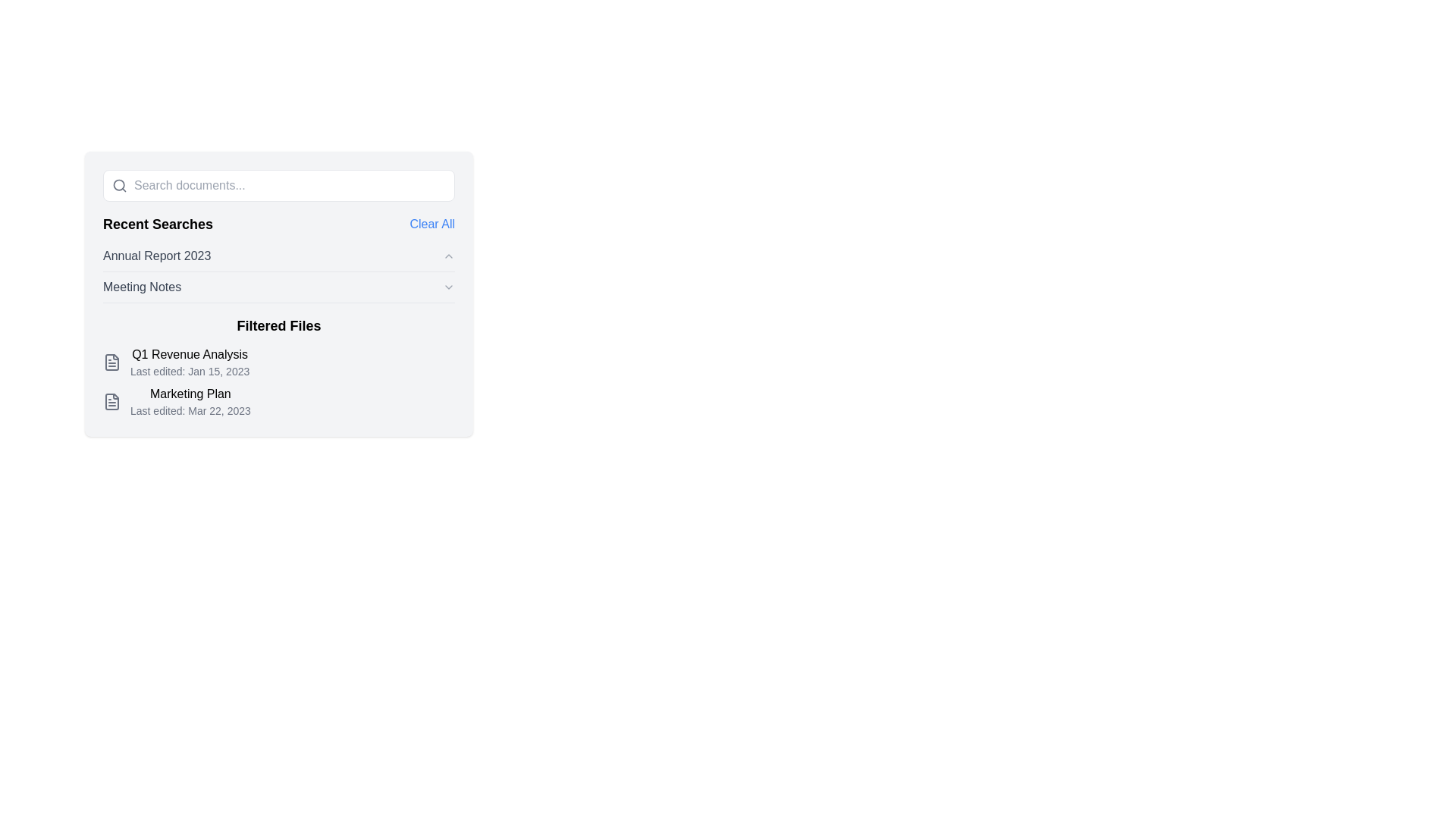 The height and width of the screenshot is (819, 1456). I want to click on the 'Meeting Notes' Dropdown Trigger, so click(279, 287).